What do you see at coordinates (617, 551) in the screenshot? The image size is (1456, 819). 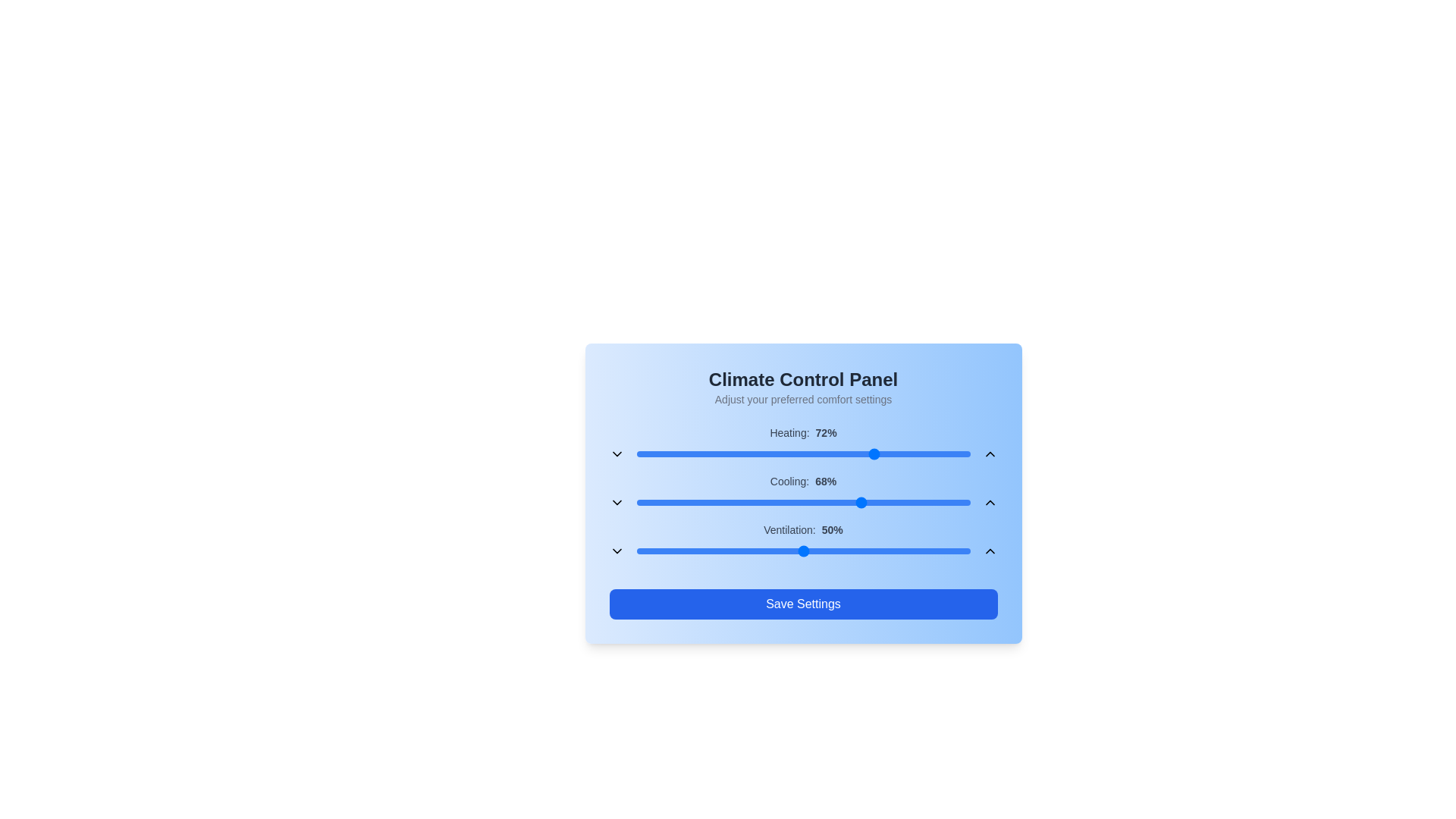 I see `the ventilation setting by clicking the down button` at bounding box center [617, 551].